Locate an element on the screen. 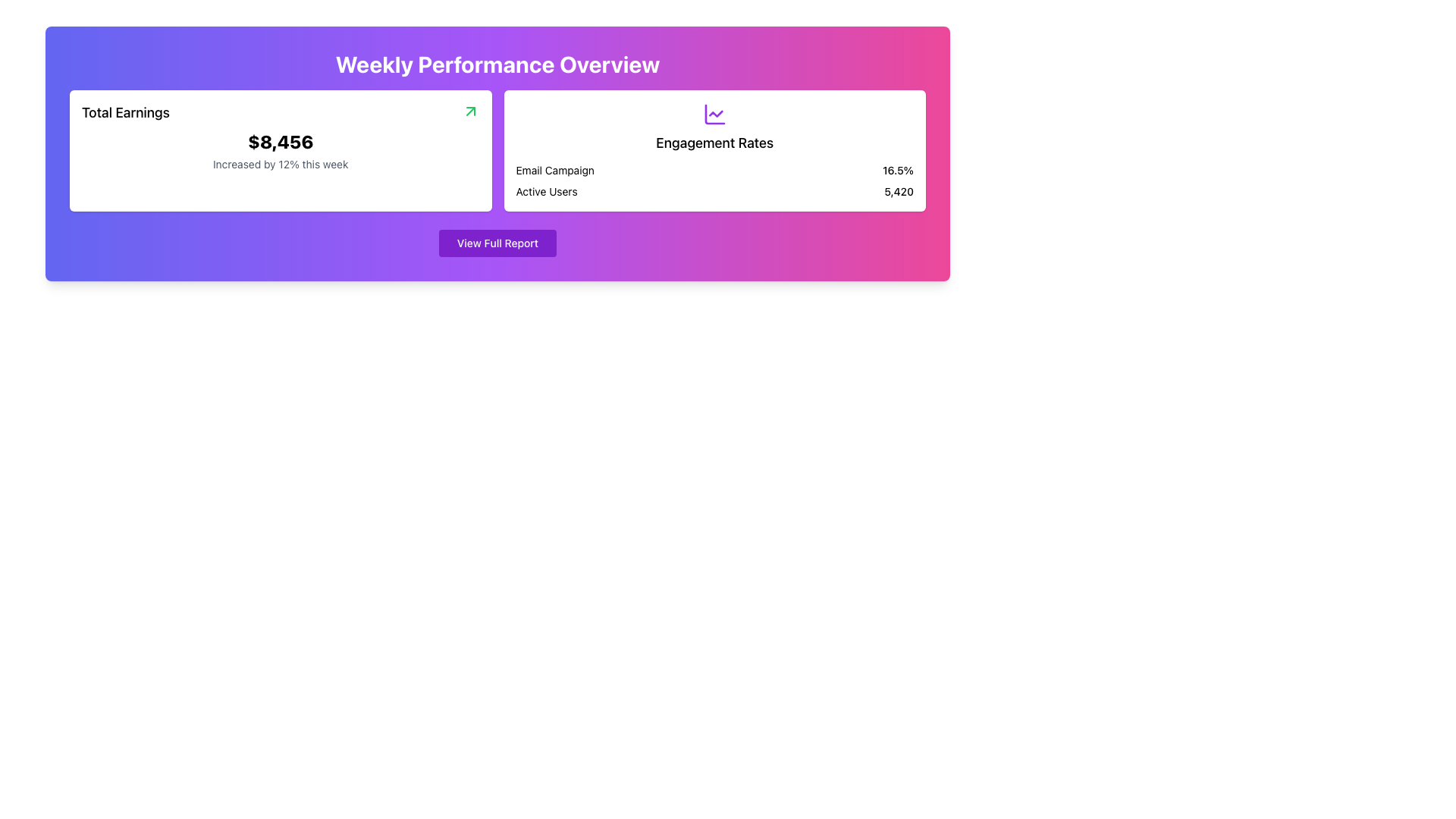  the arrow symbol icon located at the top-right corner of the white card displaying the 'Total Earnings' title is located at coordinates (469, 110).